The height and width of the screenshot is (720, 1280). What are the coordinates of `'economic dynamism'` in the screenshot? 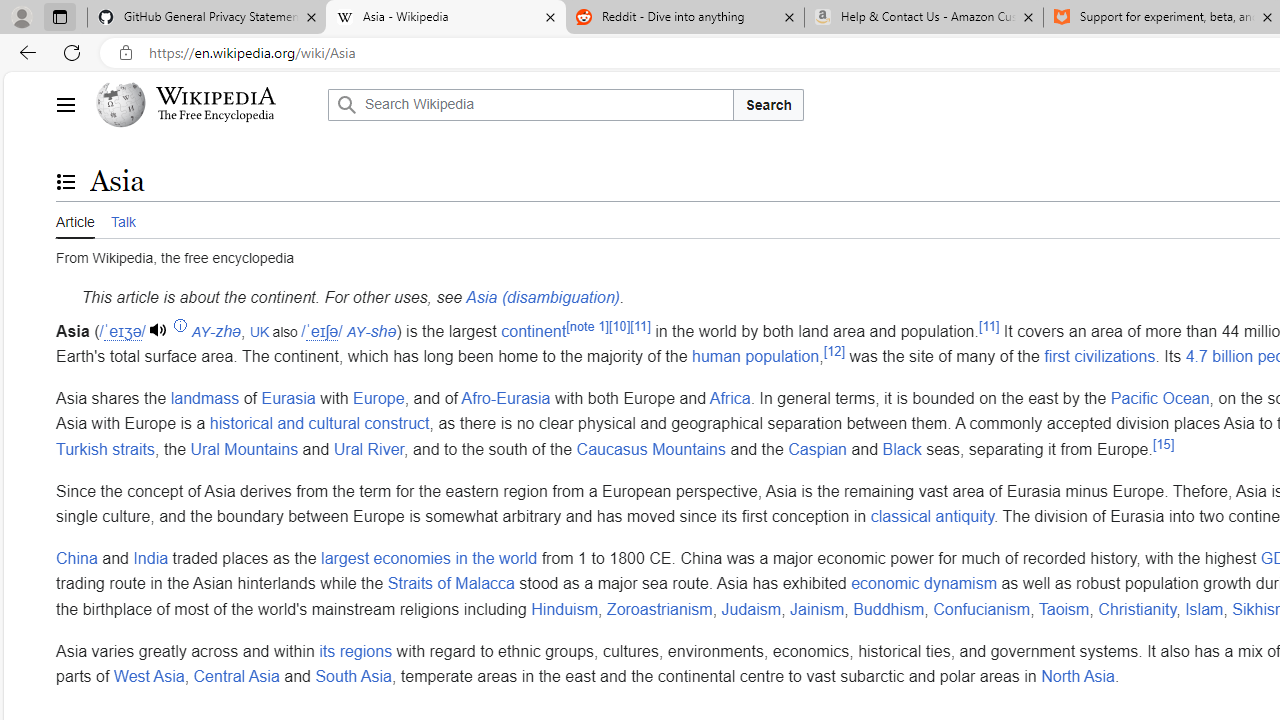 It's located at (923, 584).